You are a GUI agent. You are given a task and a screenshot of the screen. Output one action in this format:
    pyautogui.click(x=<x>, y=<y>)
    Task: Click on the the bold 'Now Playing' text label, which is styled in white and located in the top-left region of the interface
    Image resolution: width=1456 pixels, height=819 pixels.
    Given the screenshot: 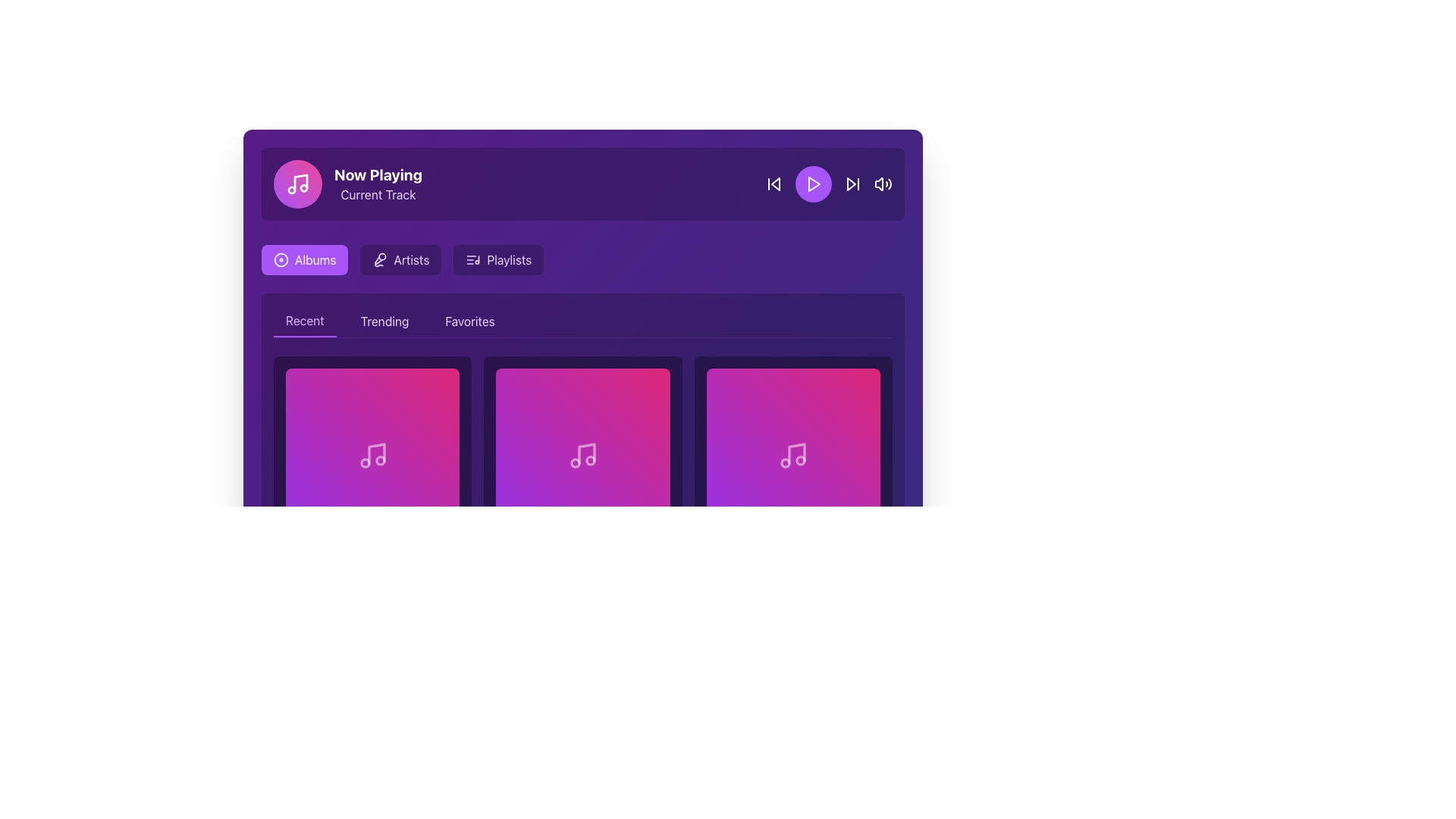 What is the action you would take?
    pyautogui.click(x=378, y=174)
    